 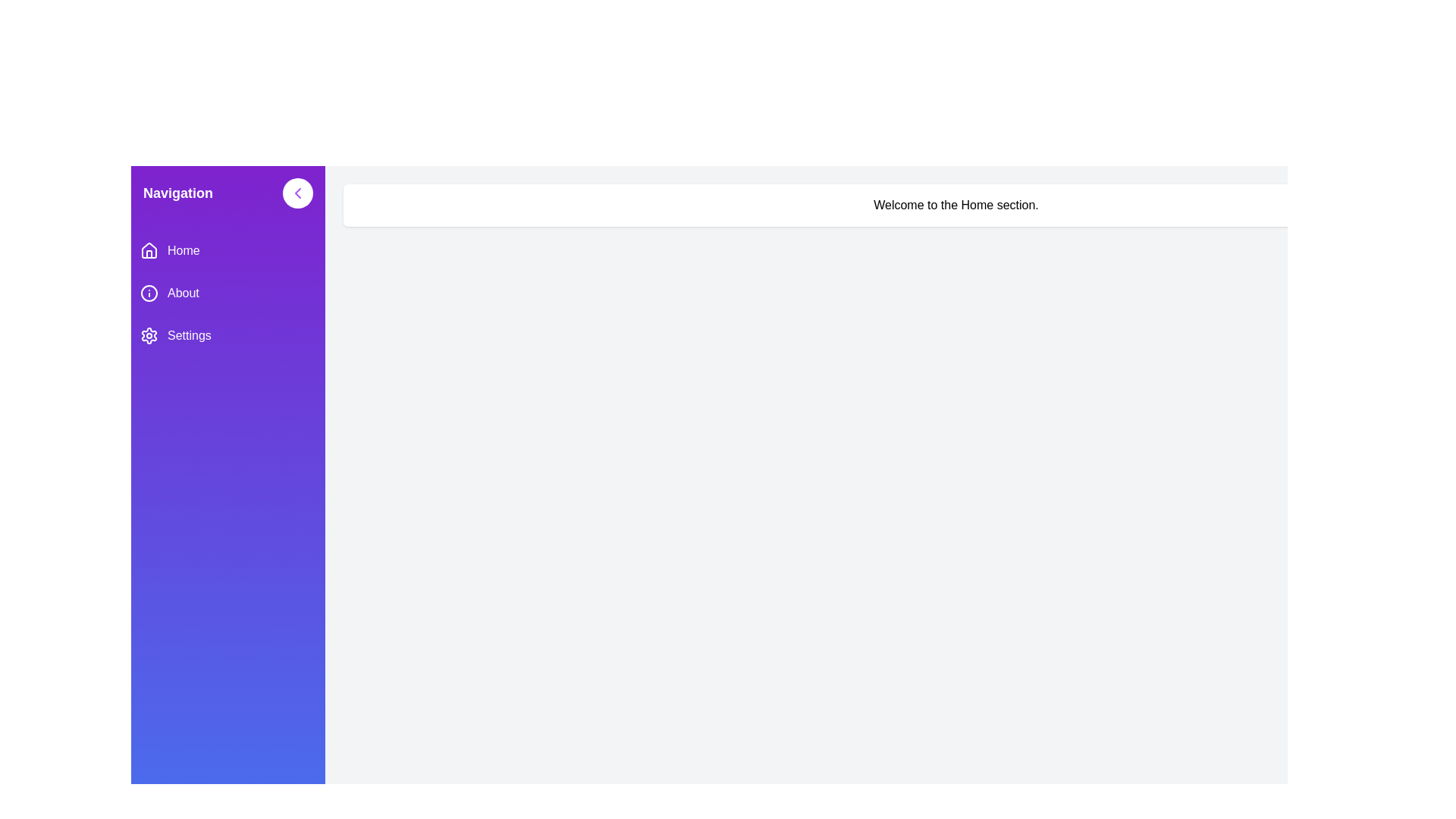 I want to click on the house-shaped icon located in the first row of the navigation sidebar, to the left of the 'Home' text label, so click(x=149, y=250).